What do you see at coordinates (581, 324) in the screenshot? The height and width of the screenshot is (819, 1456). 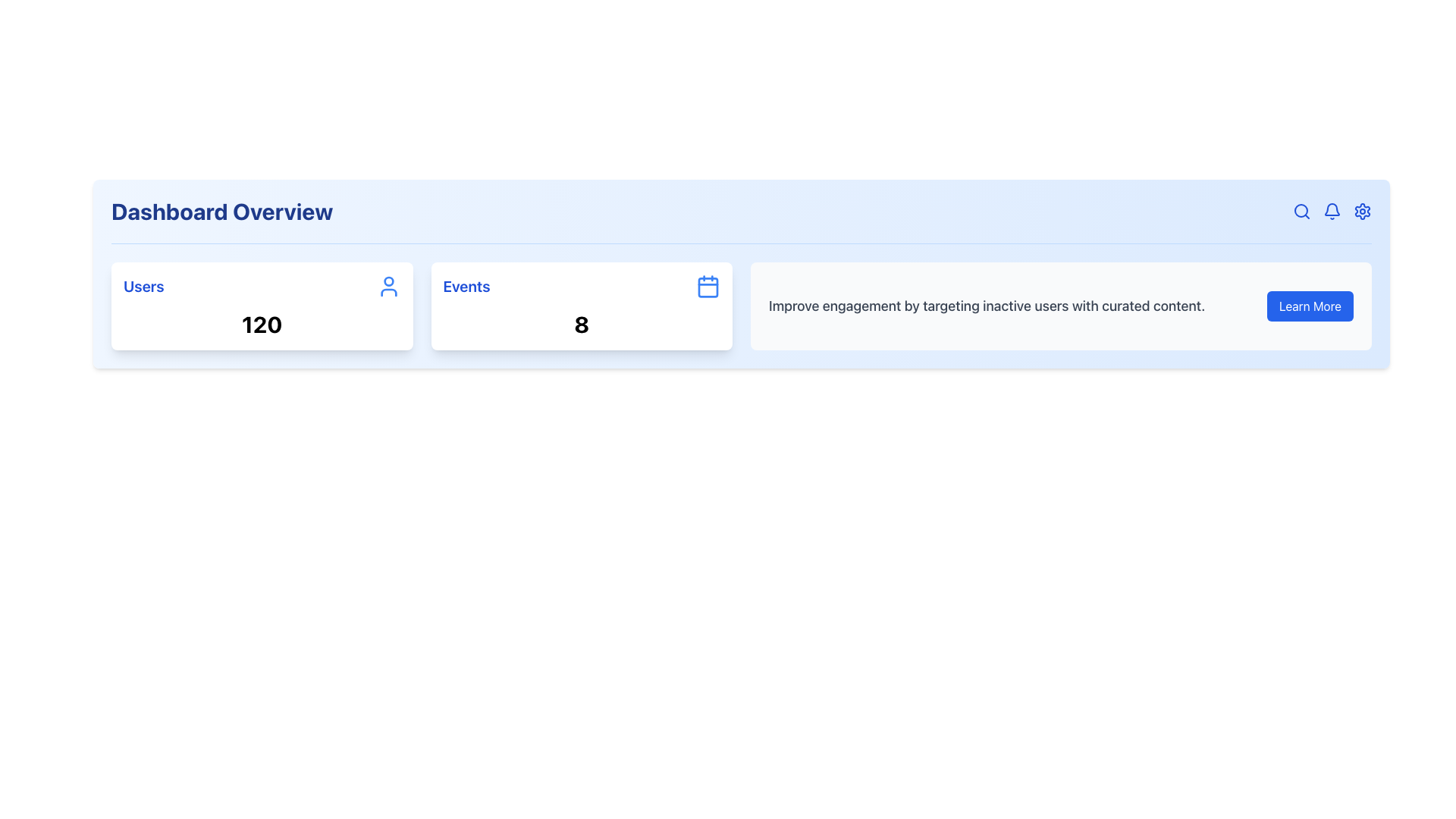 I see `the Text Display that shows the numerical value associated with the 'Events' label, located below the 'Events' label and adjacent calendar icon in the second card from the left` at bounding box center [581, 324].